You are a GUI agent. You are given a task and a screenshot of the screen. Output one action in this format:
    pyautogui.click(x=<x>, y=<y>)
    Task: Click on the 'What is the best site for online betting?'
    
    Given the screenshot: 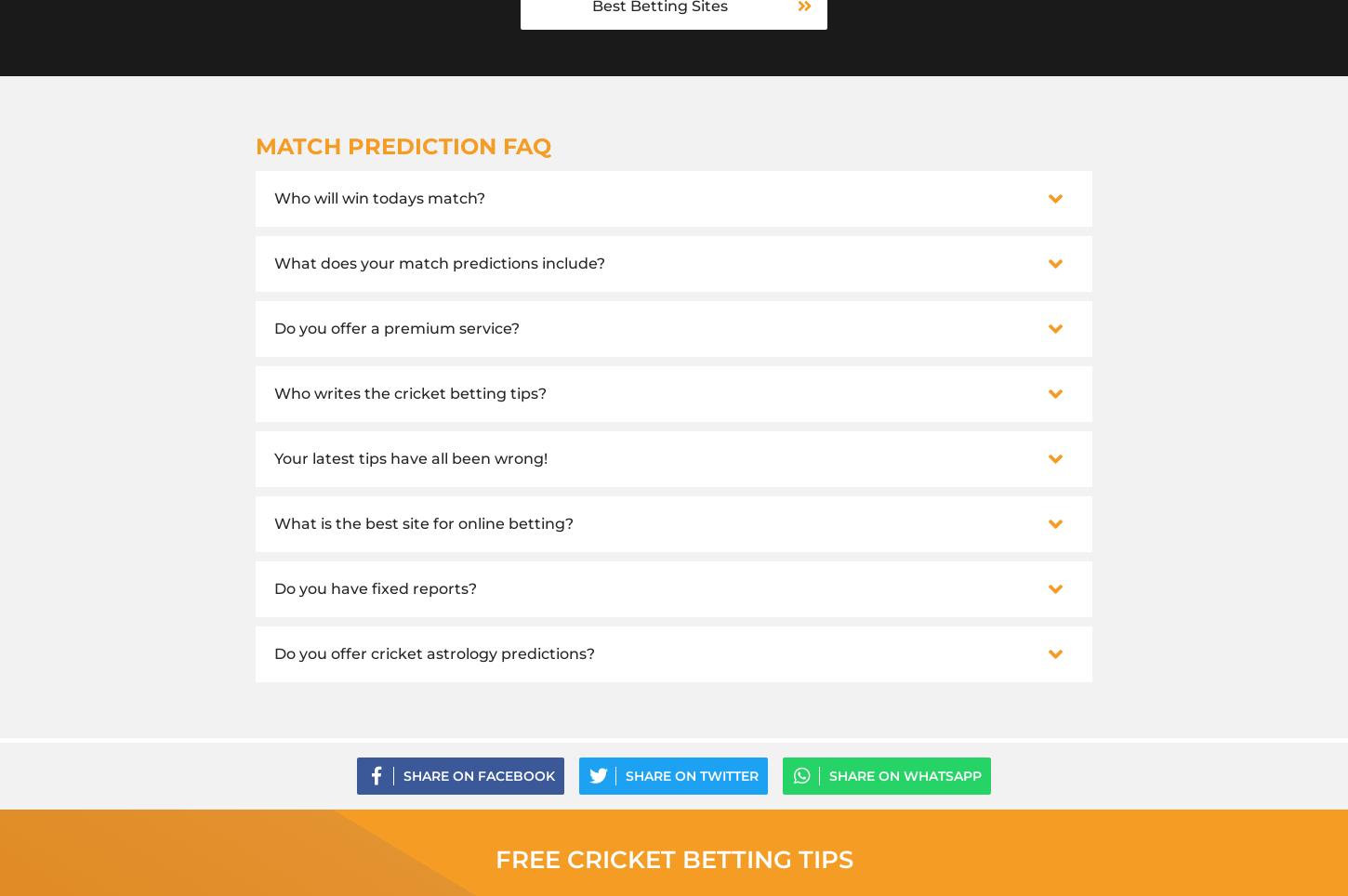 What is the action you would take?
    pyautogui.click(x=423, y=522)
    